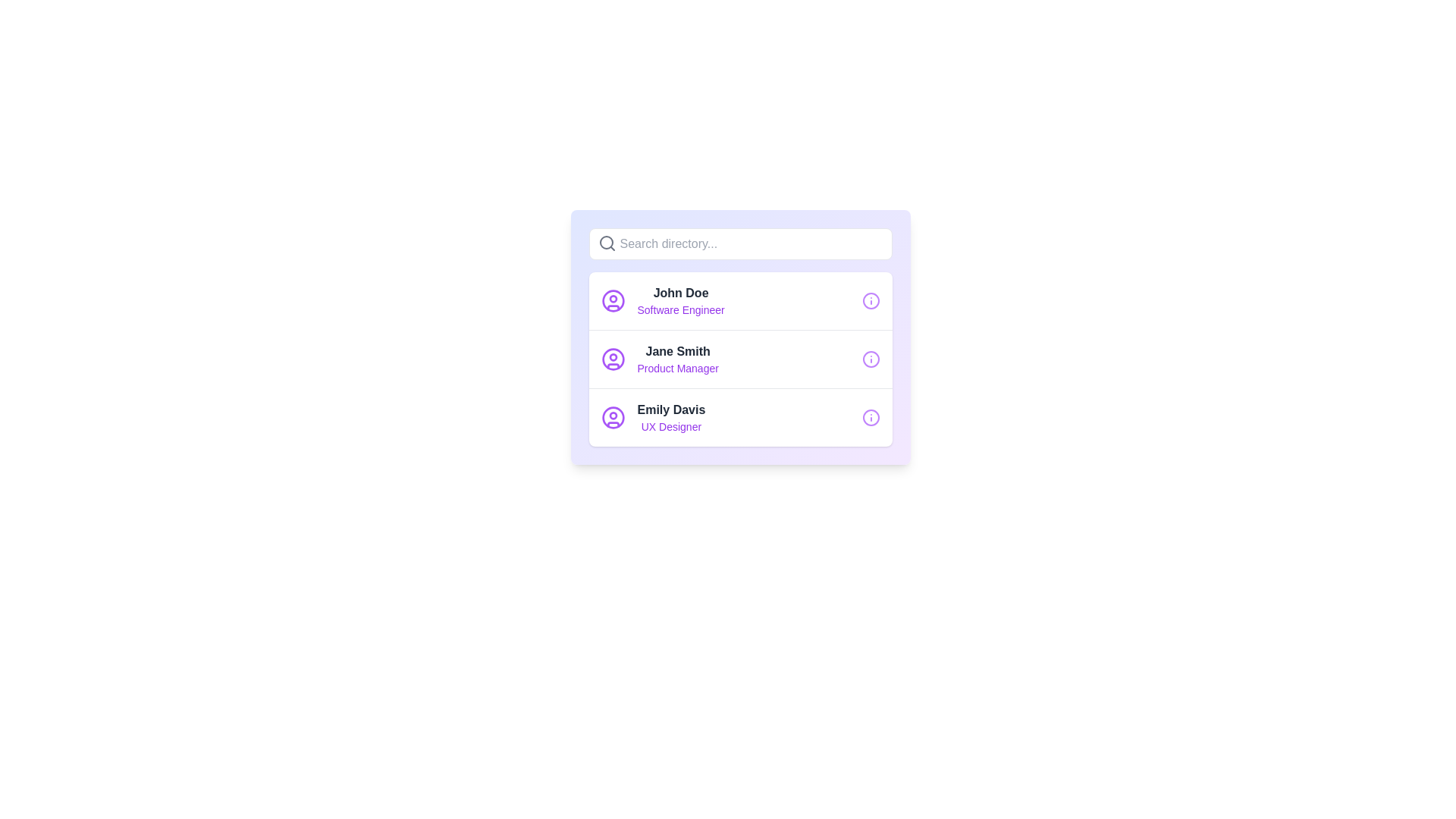 This screenshot has width=1456, height=819. What do you see at coordinates (871, 301) in the screenshot?
I see `the Icon Button located to the far right of the row, adjacent to the text 'Software Engineer', aligned with 'John Doe'` at bounding box center [871, 301].